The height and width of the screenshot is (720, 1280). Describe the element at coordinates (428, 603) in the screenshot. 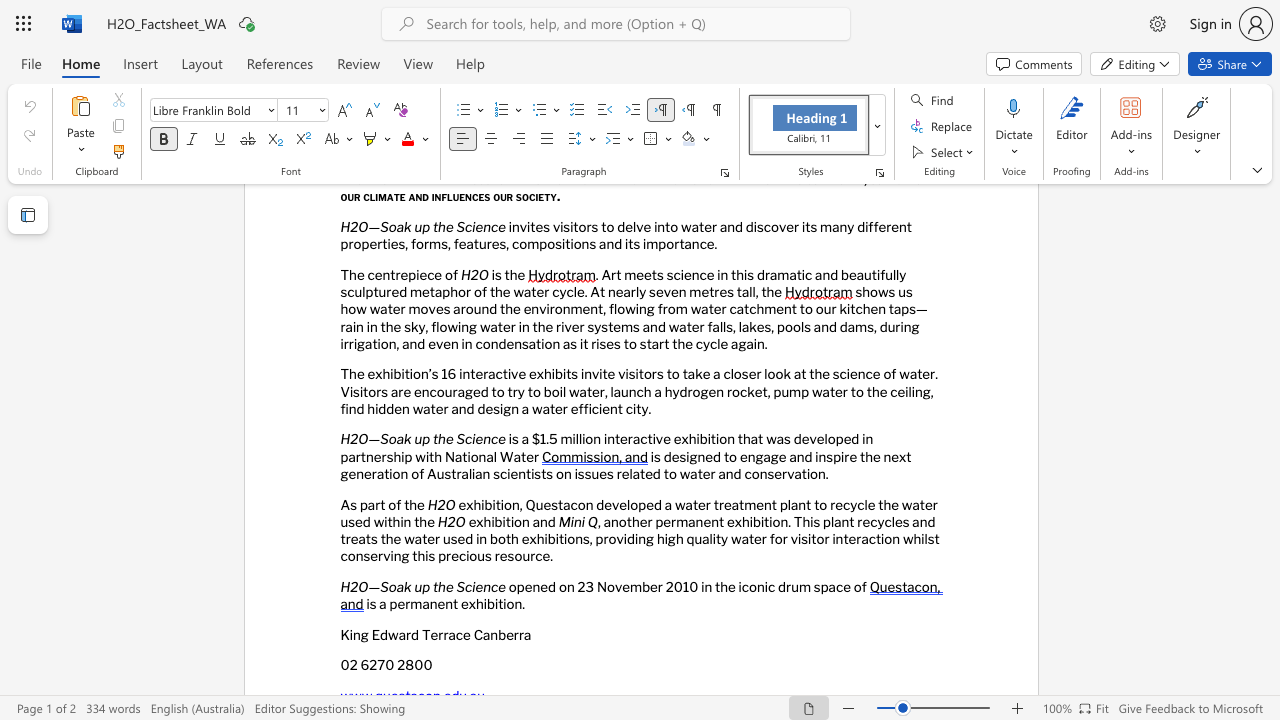

I see `the subset text "nent exhi" within the text "is a permanent exhibition."` at that location.